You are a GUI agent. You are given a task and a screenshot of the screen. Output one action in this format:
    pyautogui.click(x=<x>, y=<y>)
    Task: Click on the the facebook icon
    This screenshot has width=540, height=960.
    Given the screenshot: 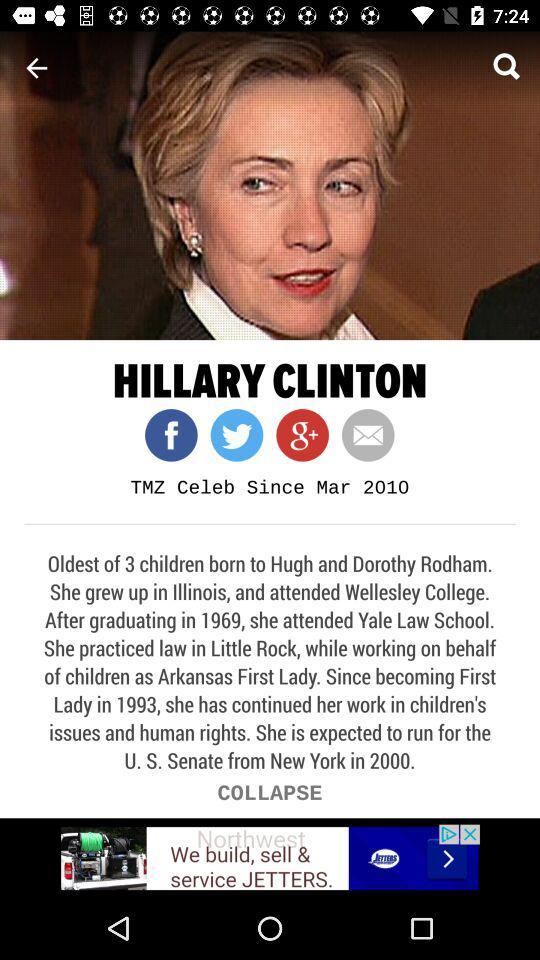 What is the action you would take?
    pyautogui.click(x=171, y=435)
    